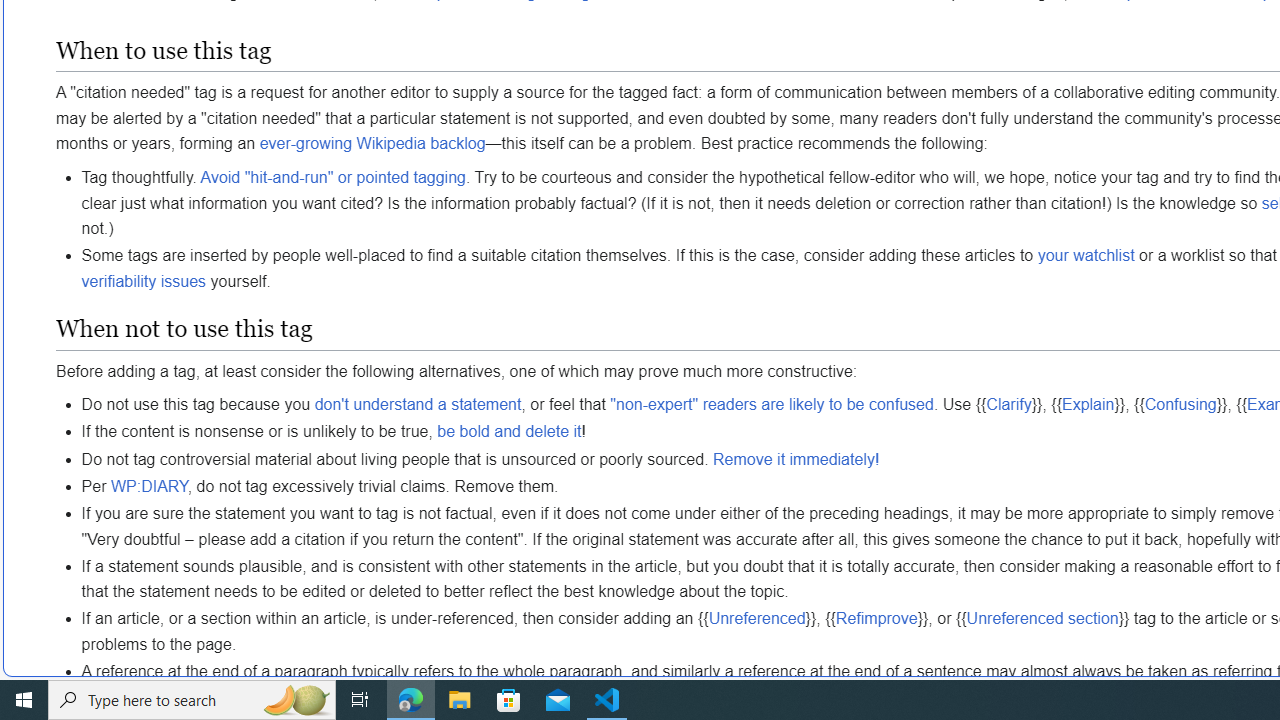  Describe the element at coordinates (143, 281) in the screenshot. I see `'verifiability issues'` at that location.